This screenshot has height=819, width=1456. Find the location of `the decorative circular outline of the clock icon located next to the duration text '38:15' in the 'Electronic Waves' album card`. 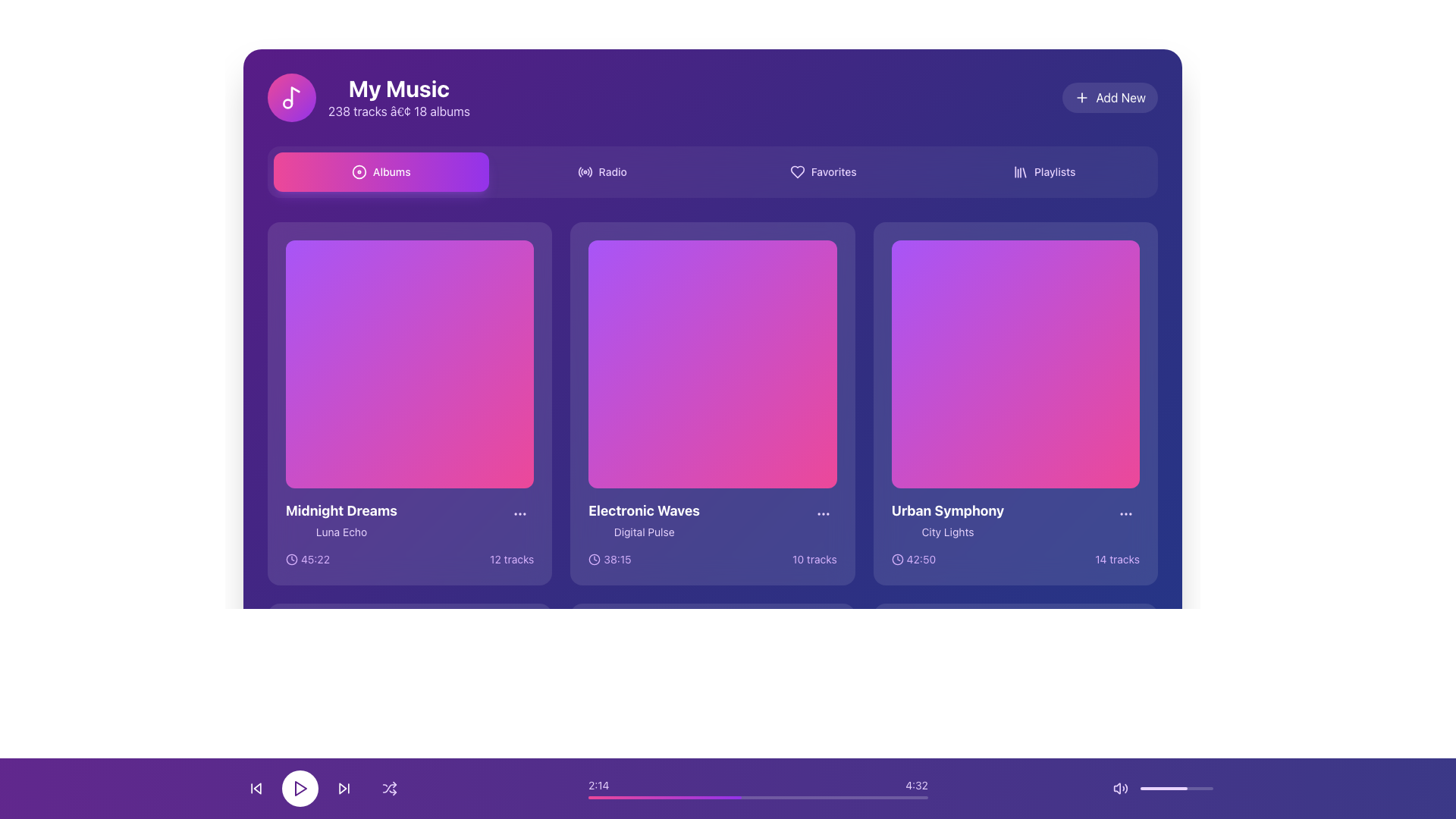

the decorative circular outline of the clock icon located next to the duration text '38:15' in the 'Electronic Waves' album card is located at coordinates (594, 560).